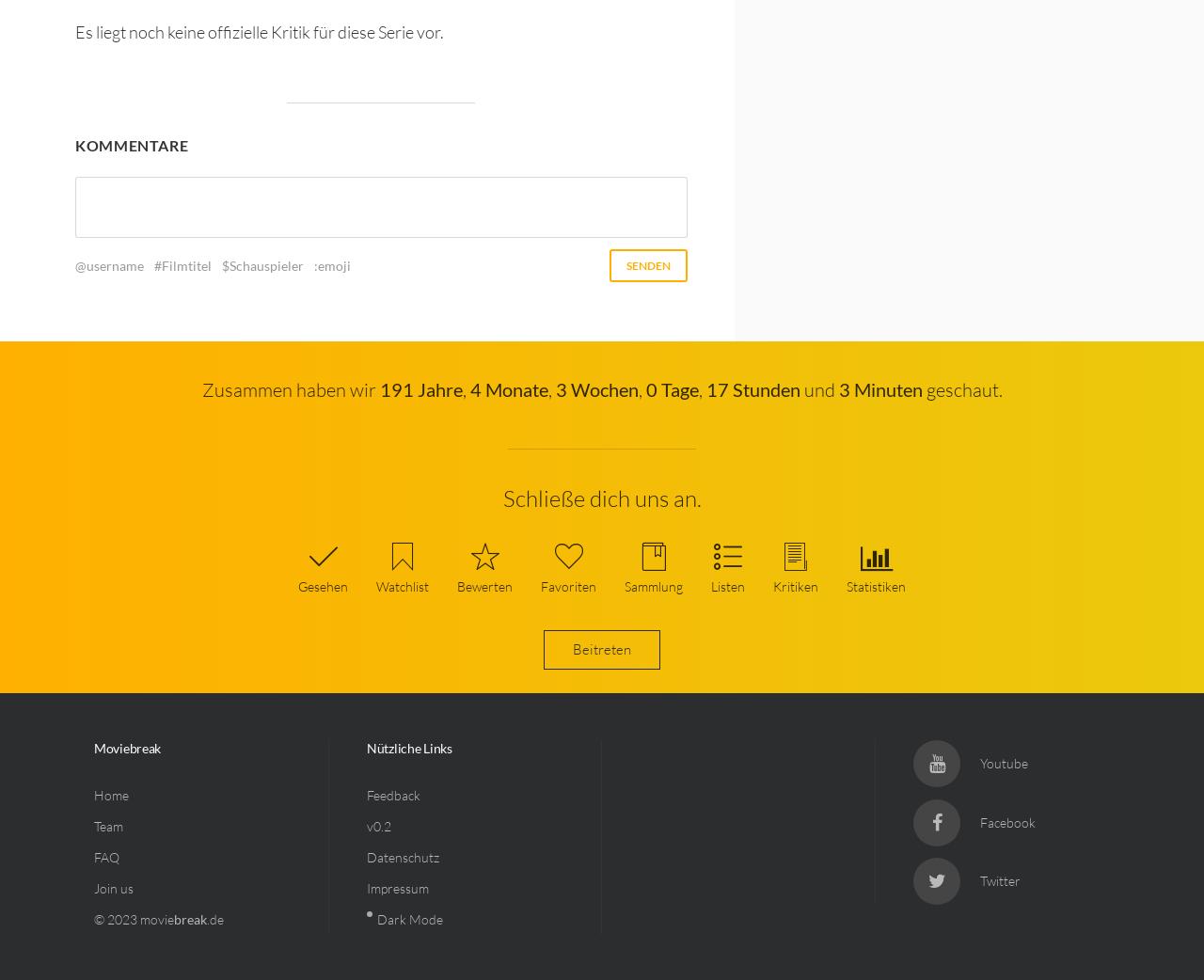 This screenshot has height=980, width=1204. I want to click on '© 2023 movie', so click(133, 919).